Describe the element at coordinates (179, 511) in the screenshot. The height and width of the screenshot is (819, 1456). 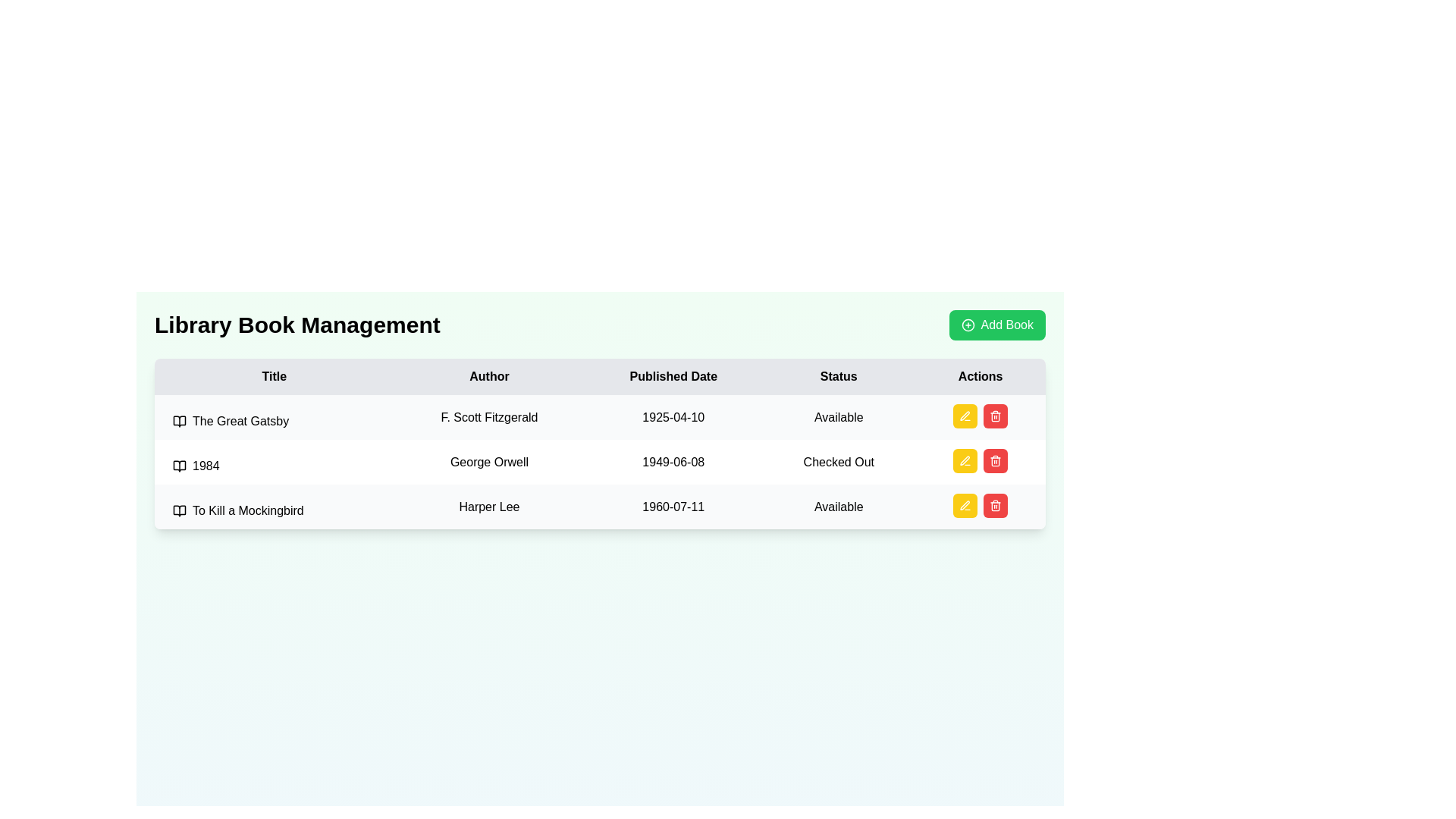
I see `the illustrative icon representing the book entry 'To Kill a Mockingbird' located in the third row of the table under the 'Title' column` at that location.